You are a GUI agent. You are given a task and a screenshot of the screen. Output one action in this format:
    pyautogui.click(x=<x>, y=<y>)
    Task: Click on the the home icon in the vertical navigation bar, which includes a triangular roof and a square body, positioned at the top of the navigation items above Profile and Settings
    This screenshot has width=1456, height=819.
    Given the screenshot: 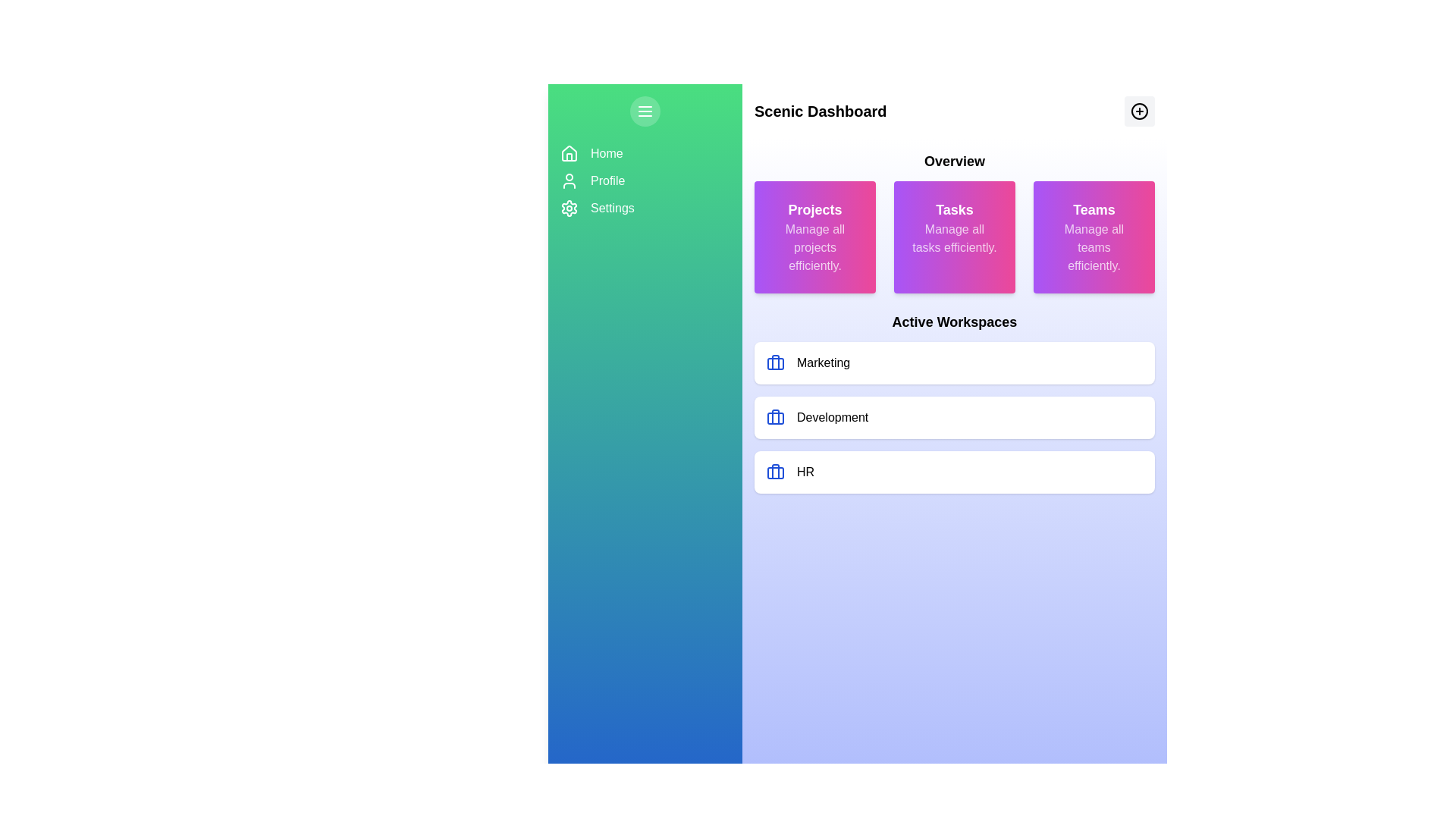 What is the action you would take?
    pyautogui.click(x=568, y=152)
    